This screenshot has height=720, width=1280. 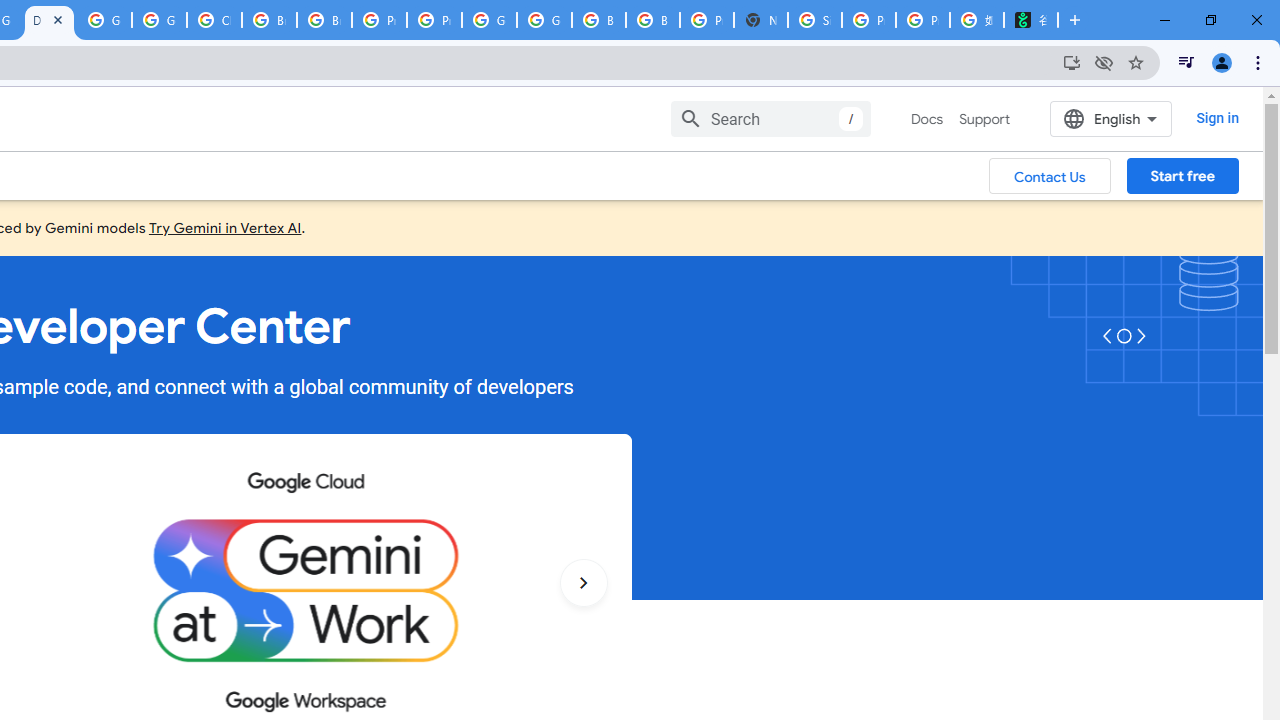 What do you see at coordinates (1182, 174) in the screenshot?
I see `'Start free'` at bounding box center [1182, 174].